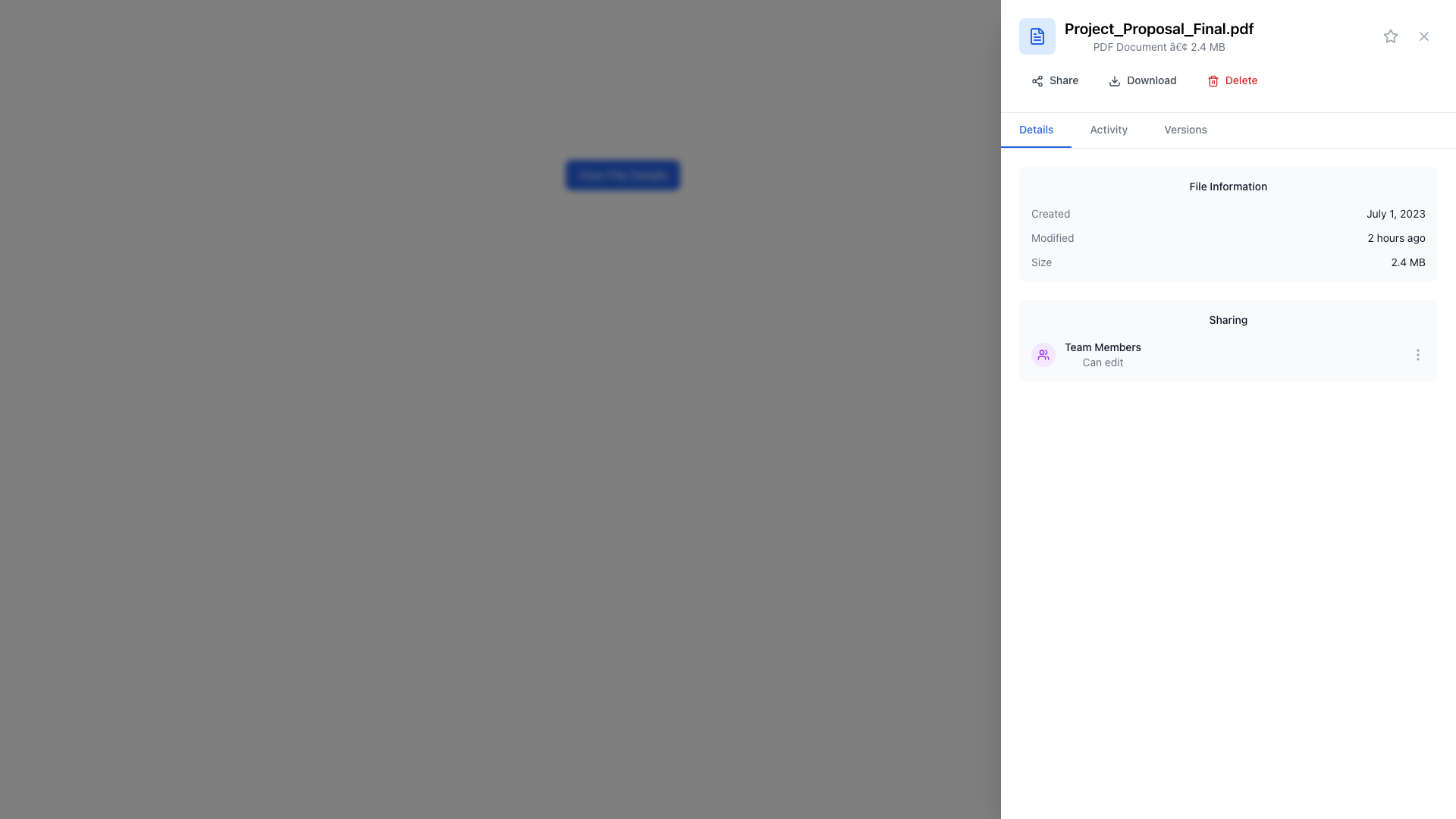 The image size is (1456, 819). Describe the element at coordinates (1043, 354) in the screenshot. I see `the circular icon with a purple background and a user group symbol in the center, located above the text content 'Team Members' and 'Can edit'` at that location.